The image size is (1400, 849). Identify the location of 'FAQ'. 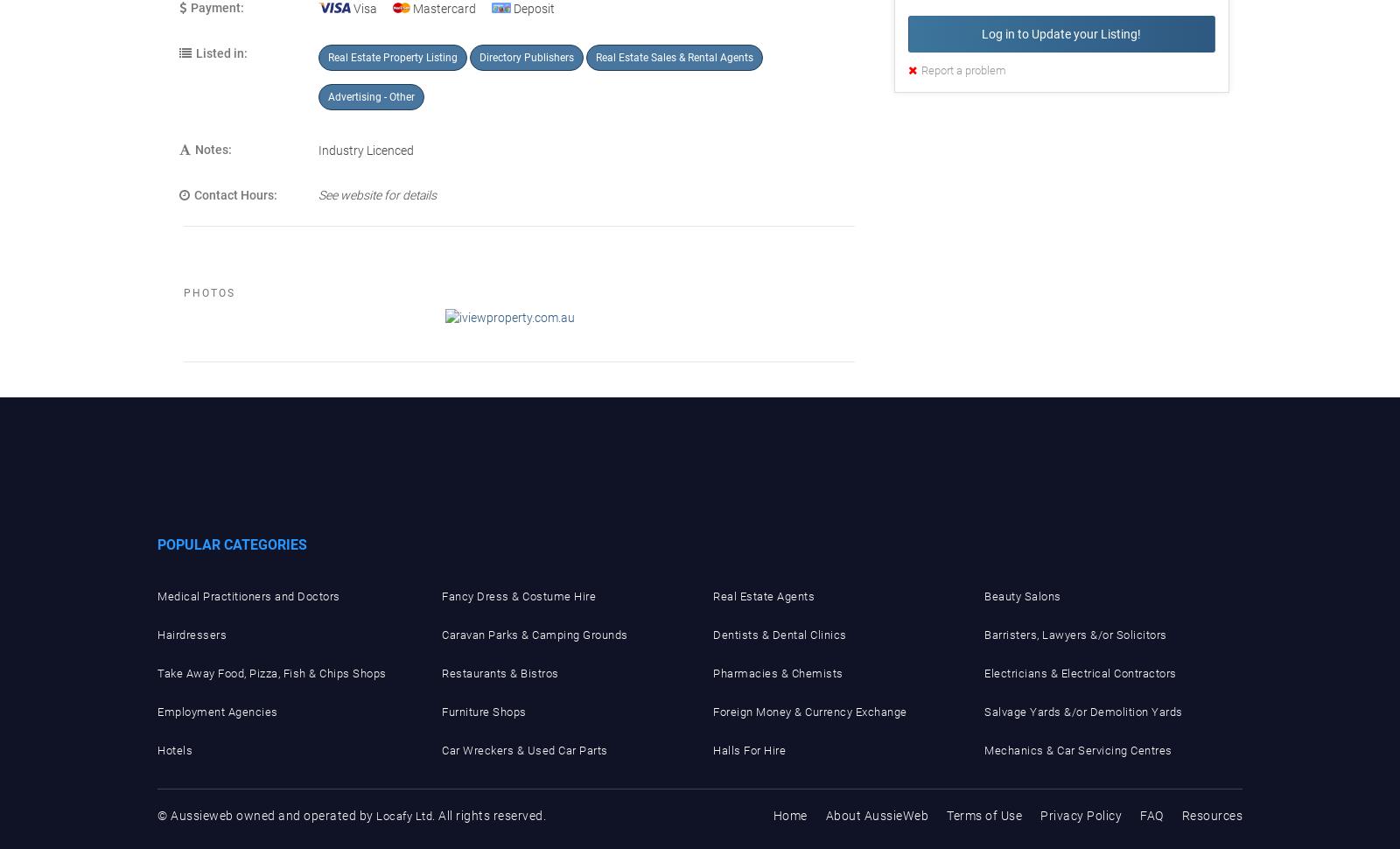
(1139, 814).